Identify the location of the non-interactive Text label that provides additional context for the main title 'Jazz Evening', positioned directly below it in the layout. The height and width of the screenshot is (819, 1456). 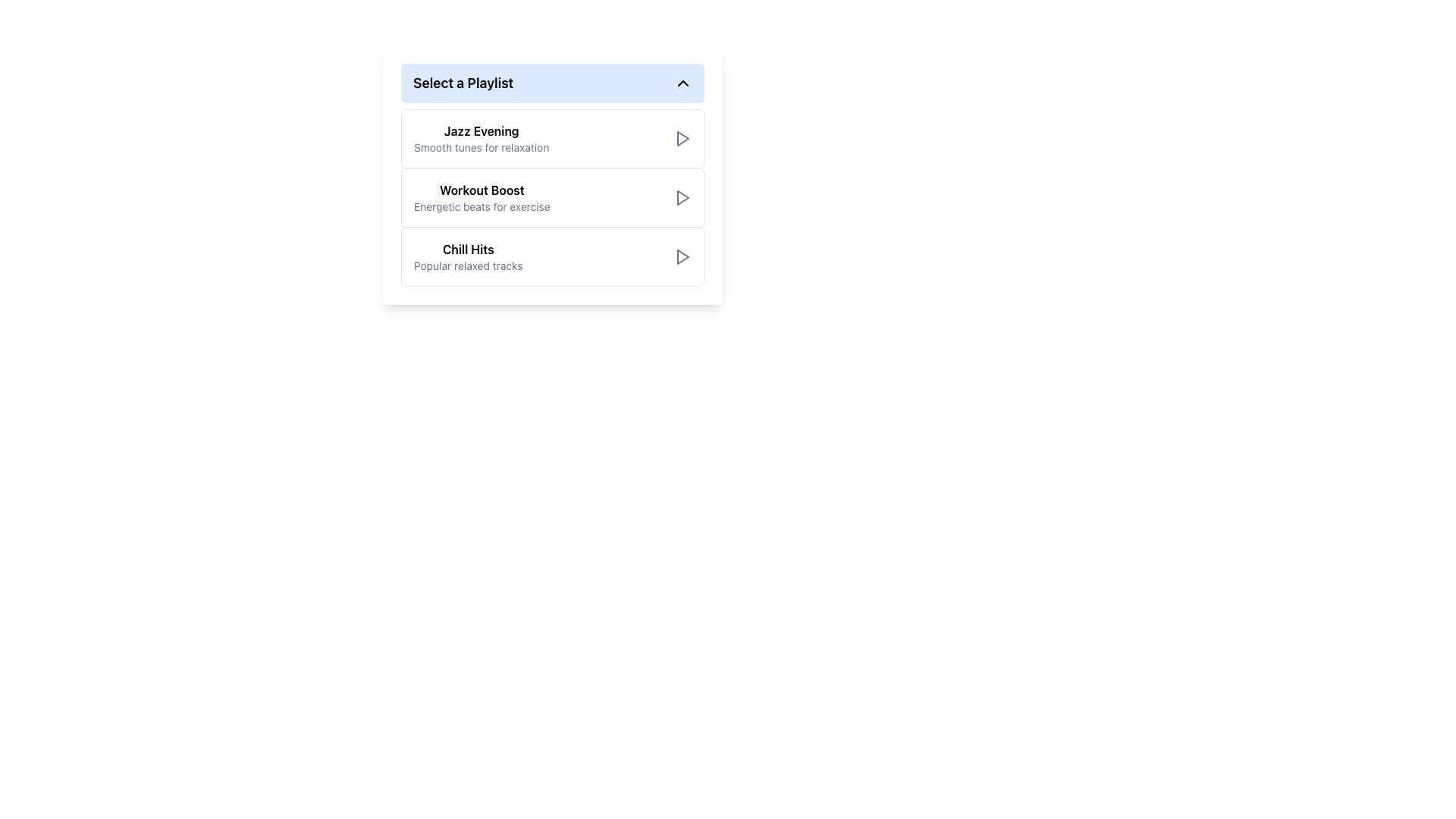
(481, 148).